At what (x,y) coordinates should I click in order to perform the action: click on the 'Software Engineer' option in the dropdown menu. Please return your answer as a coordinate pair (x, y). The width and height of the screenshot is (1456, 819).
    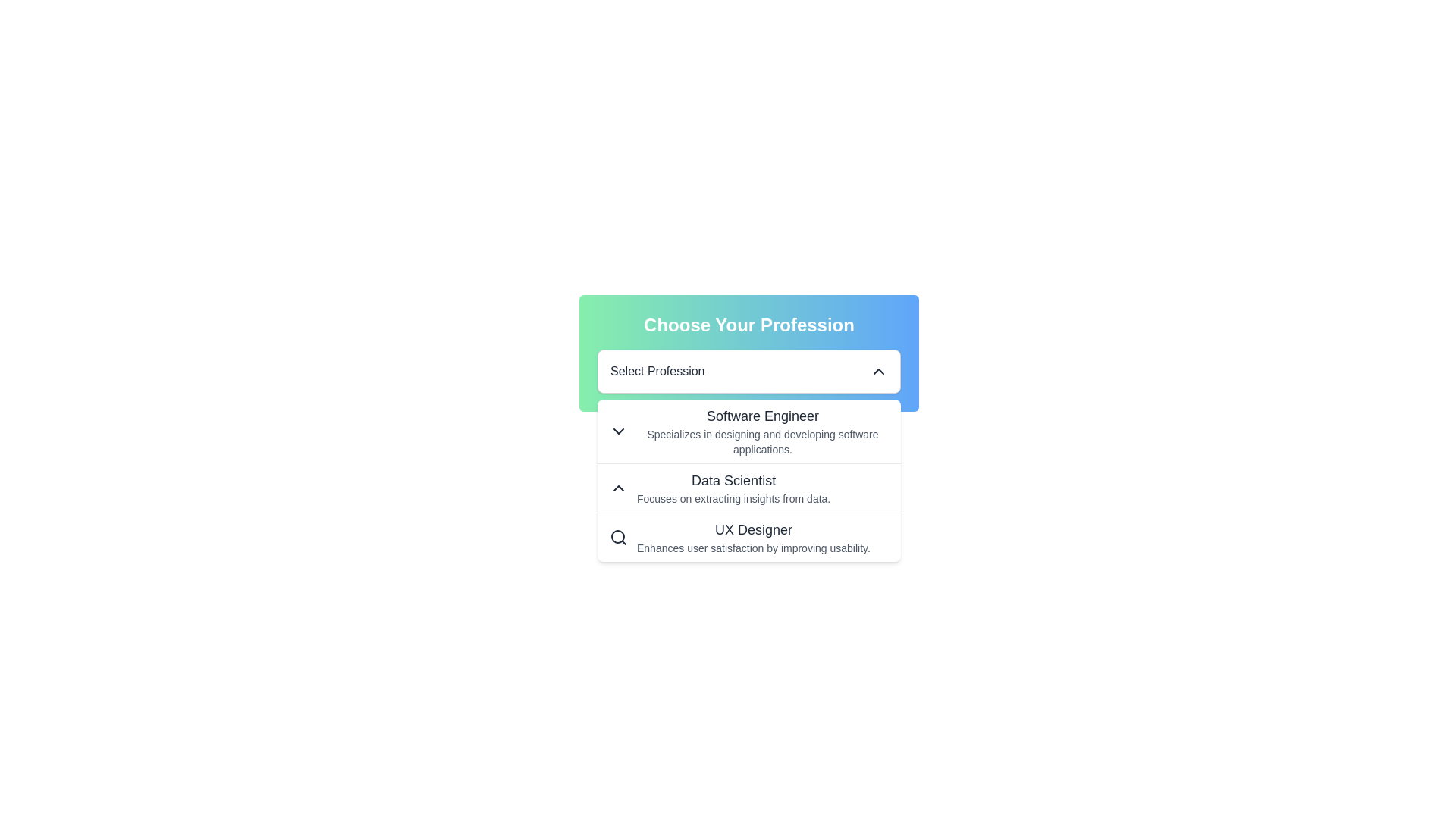
    Looking at the image, I should click on (749, 431).